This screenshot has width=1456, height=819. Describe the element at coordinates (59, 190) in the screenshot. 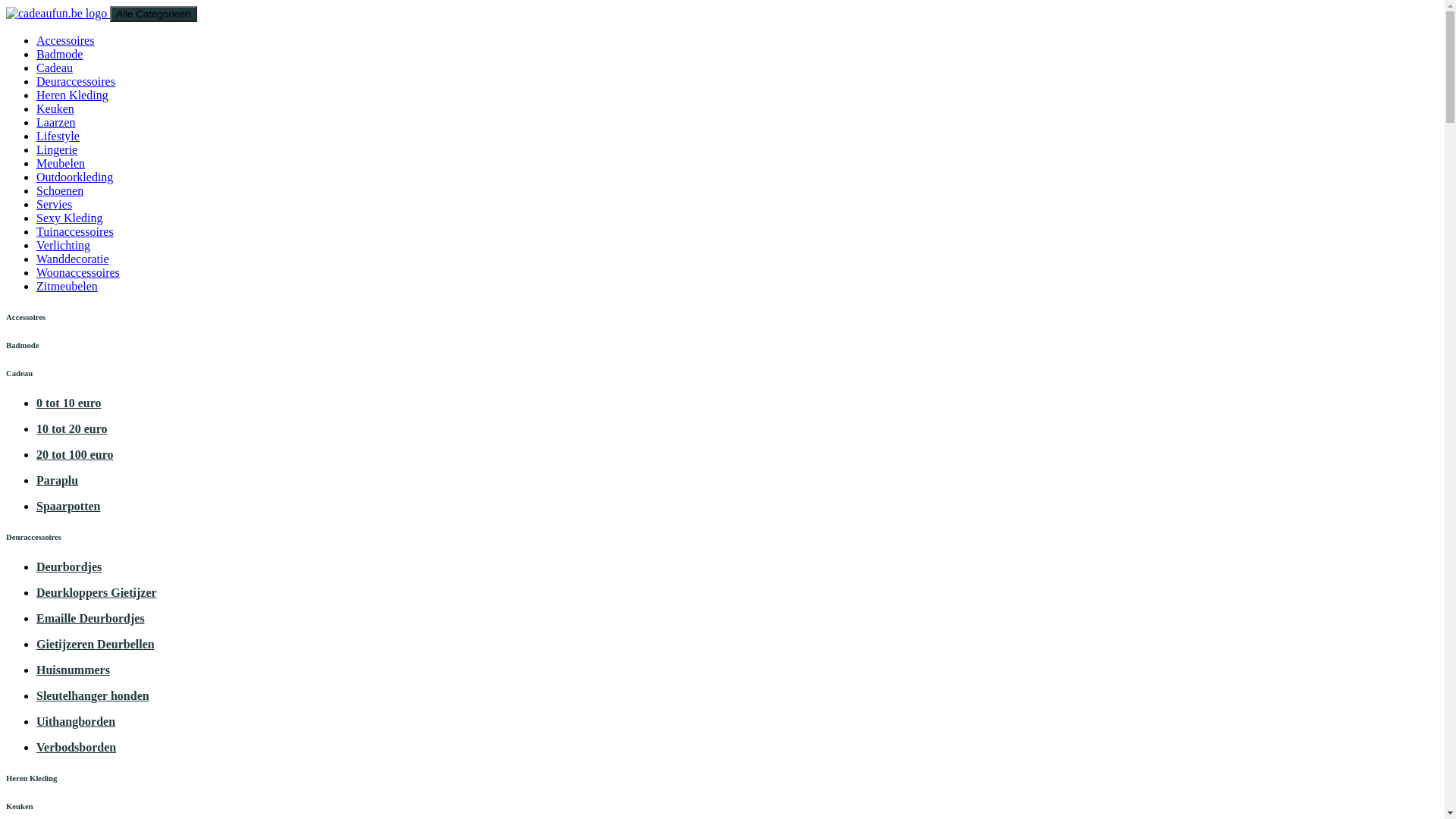

I see `'Schoenen'` at that location.